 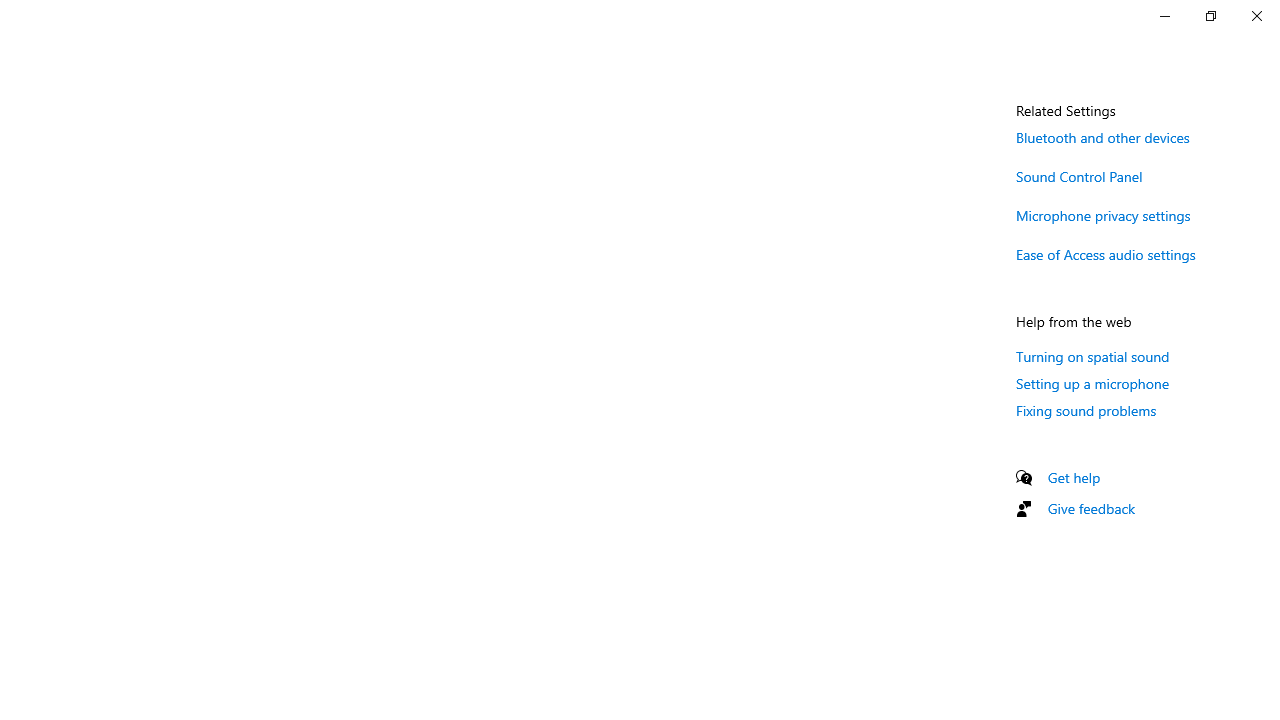 What do you see at coordinates (1102, 136) in the screenshot?
I see `'Bluetooth and other devices'` at bounding box center [1102, 136].